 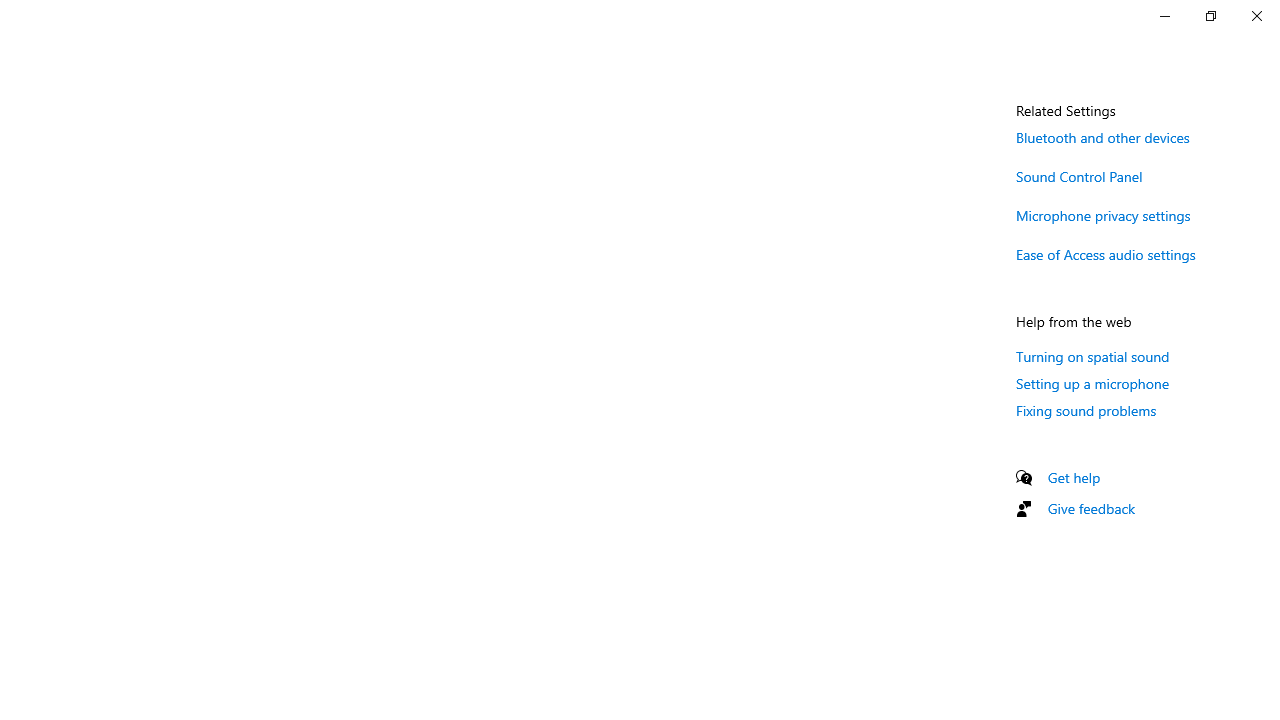 What do you see at coordinates (1102, 136) in the screenshot?
I see `'Bluetooth and other devices'` at bounding box center [1102, 136].